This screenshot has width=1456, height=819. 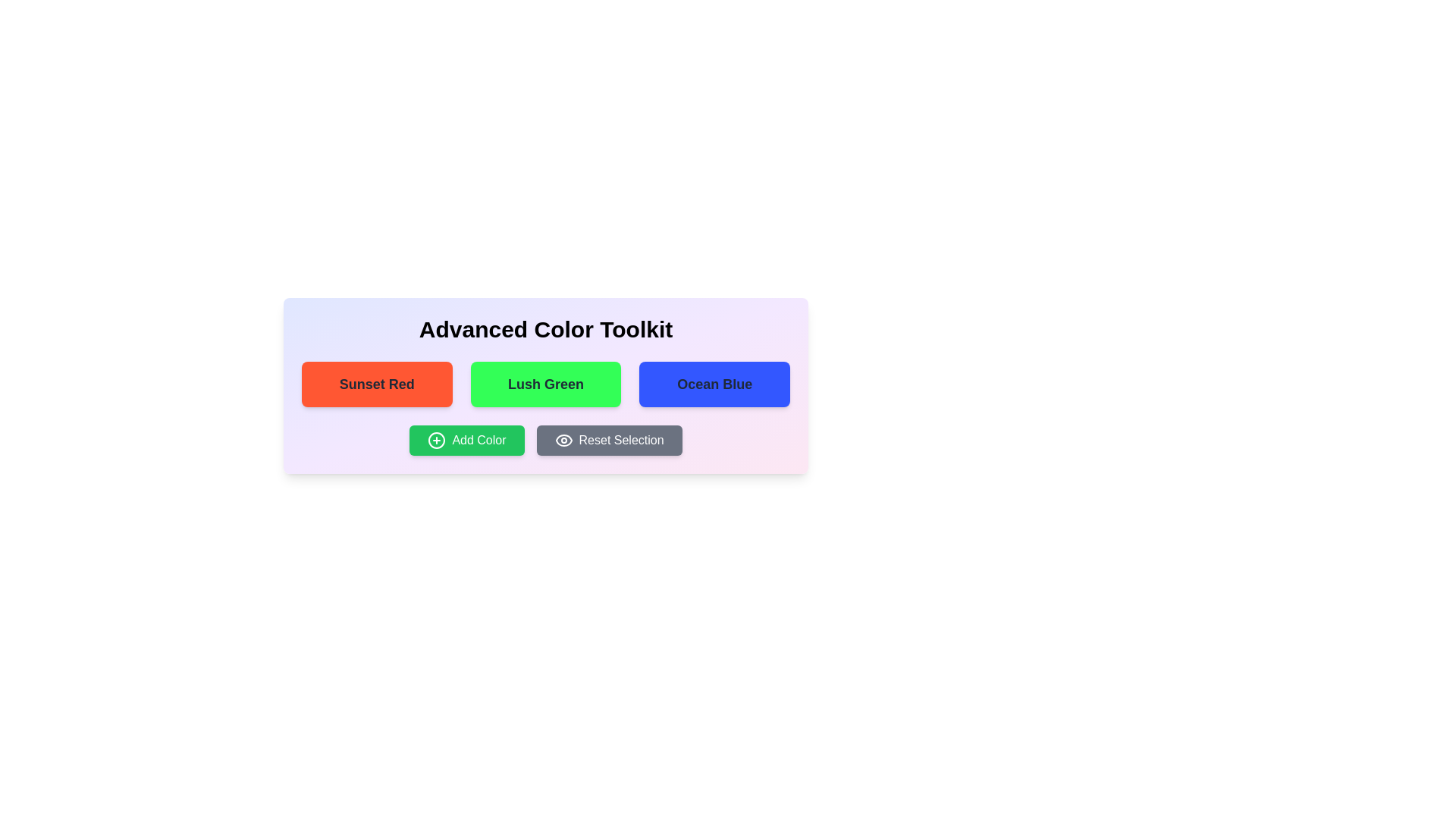 What do you see at coordinates (714, 383) in the screenshot?
I see `the button with a blue background and white text displaying 'Ocean Blue', which is the third button in a horizontal alignment of three buttons` at bounding box center [714, 383].